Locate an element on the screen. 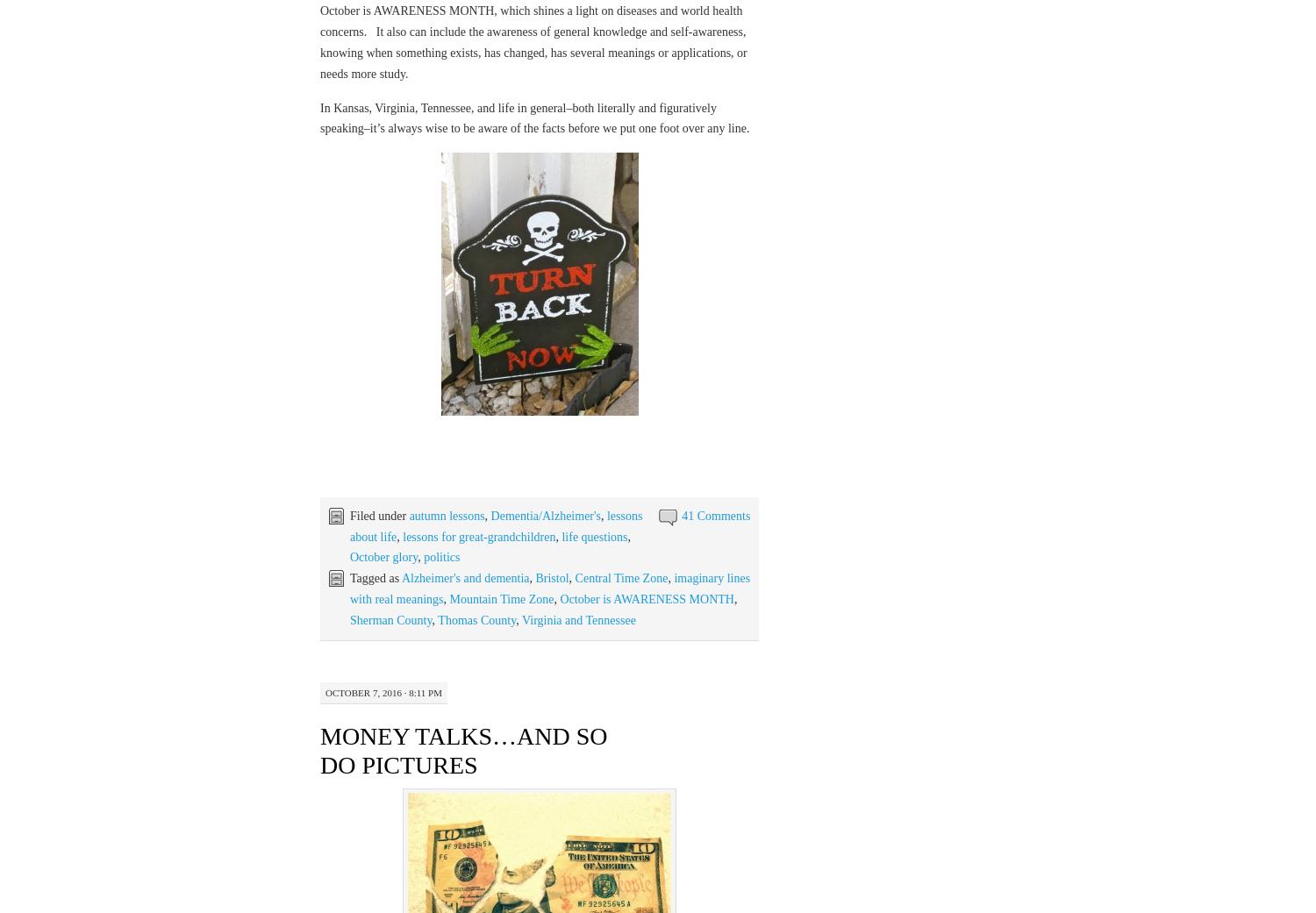 The width and height of the screenshot is (1316, 913). 'lessons about life' is located at coordinates (495, 525).